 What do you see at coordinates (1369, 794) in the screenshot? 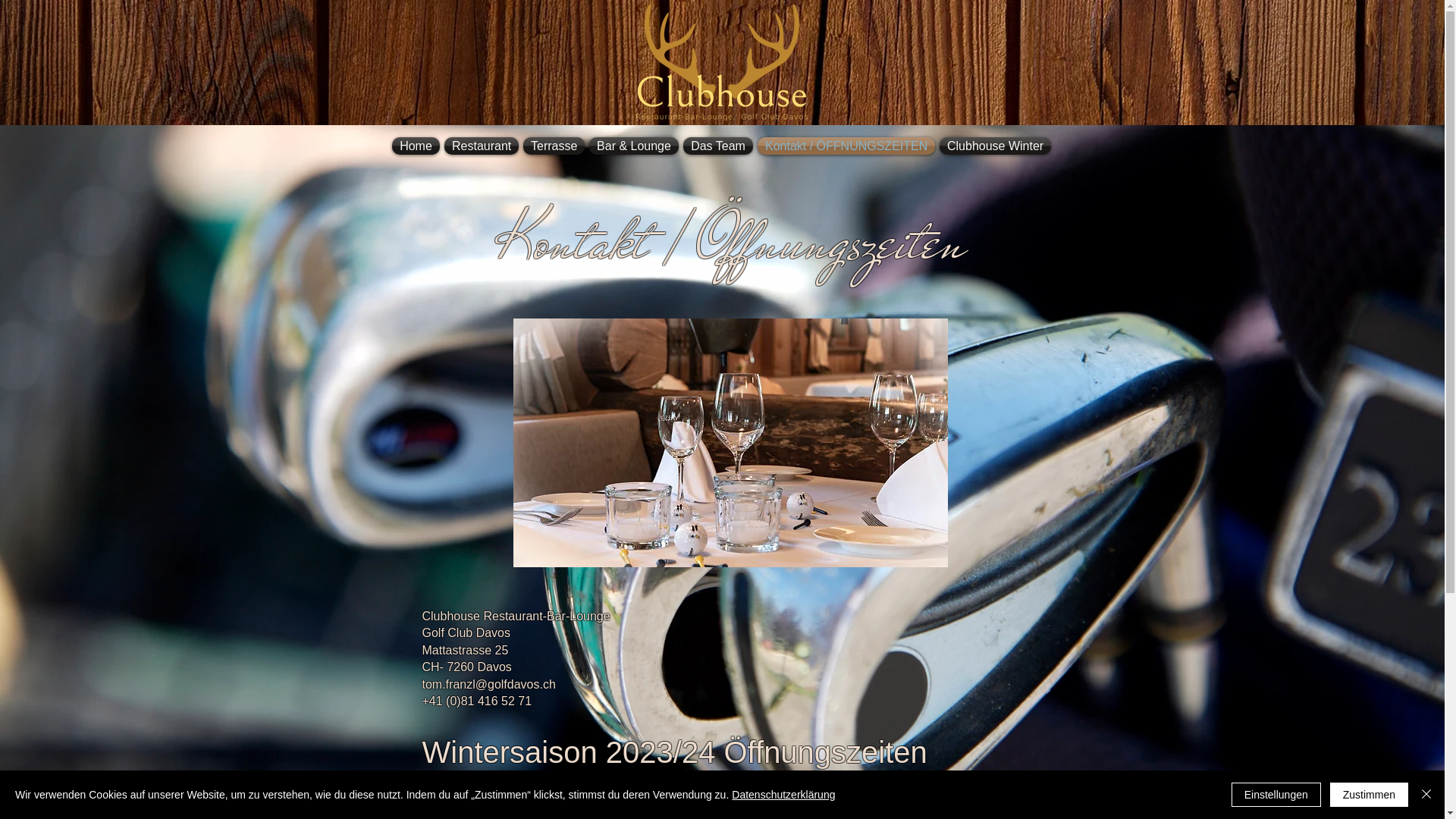
I see `'Zustimmen'` at bounding box center [1369, 794].